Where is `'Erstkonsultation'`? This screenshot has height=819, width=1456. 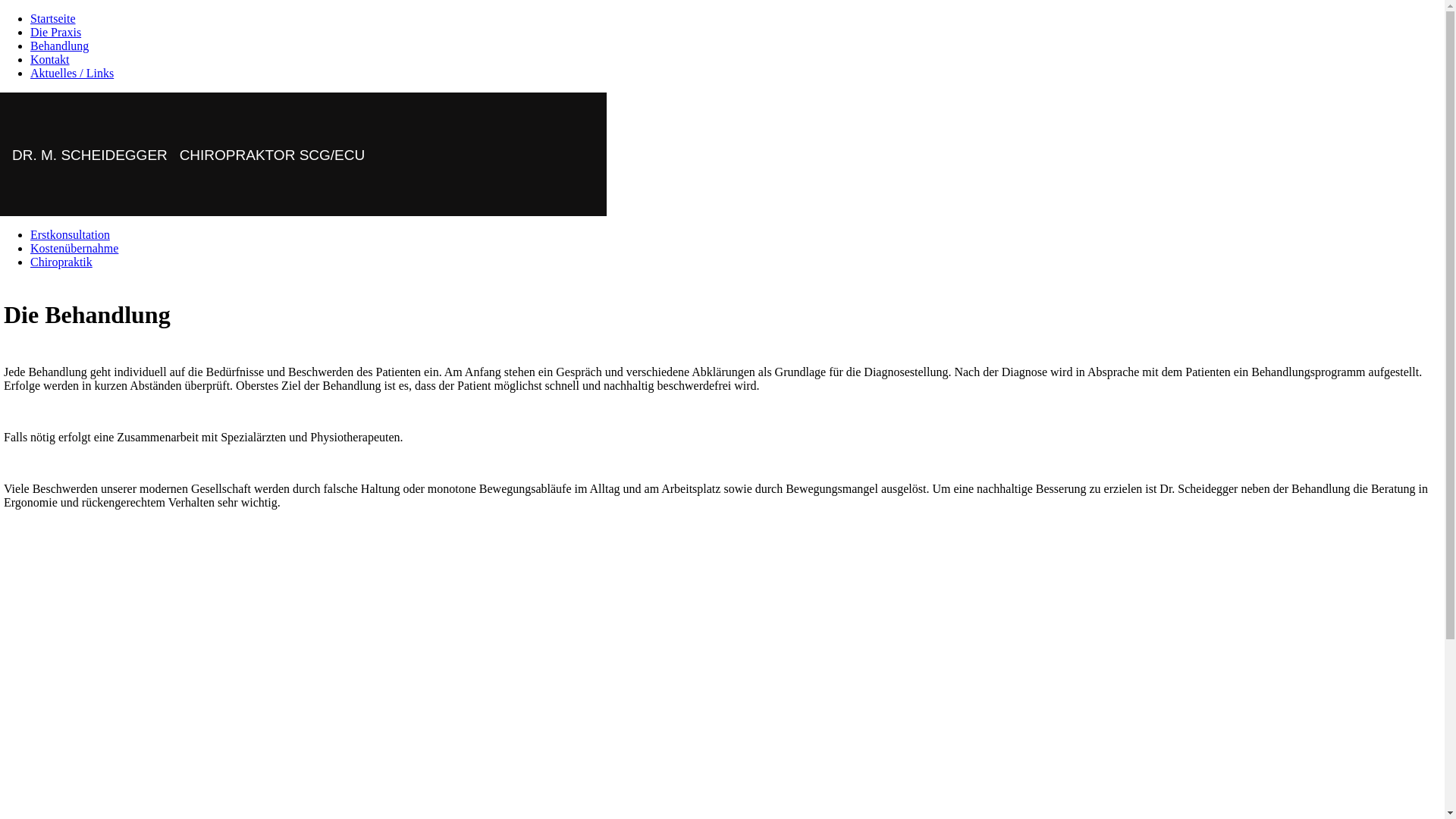
'Erstkonsultation' is located at coordinates (69, 234).